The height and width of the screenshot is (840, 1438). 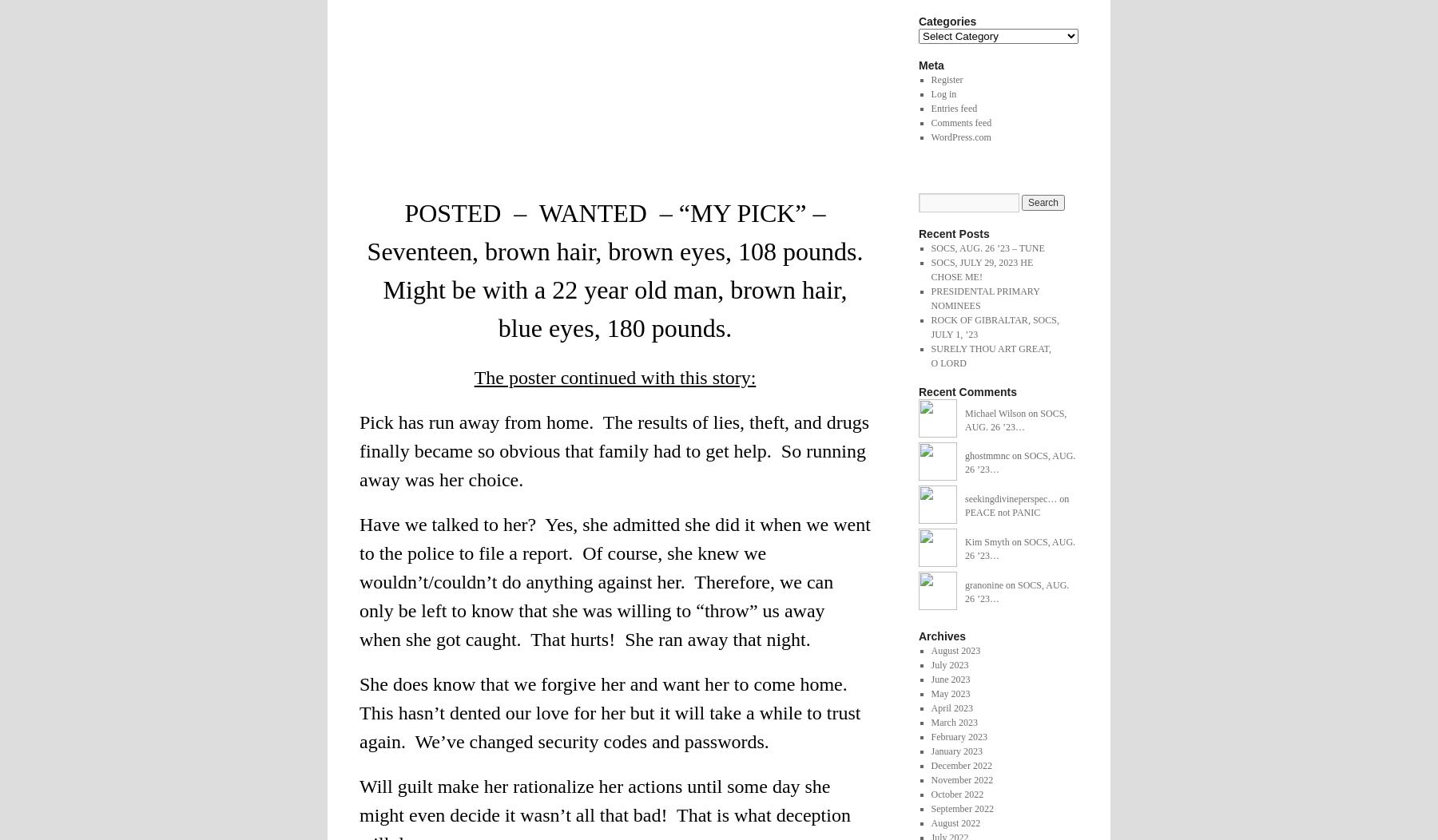 What do you see at coordinates (981, 267) in the screenshot?
I see `'SOCS, JULY 29, 2023  HE CHOSE ME!'` at bounding box center [981, 267].